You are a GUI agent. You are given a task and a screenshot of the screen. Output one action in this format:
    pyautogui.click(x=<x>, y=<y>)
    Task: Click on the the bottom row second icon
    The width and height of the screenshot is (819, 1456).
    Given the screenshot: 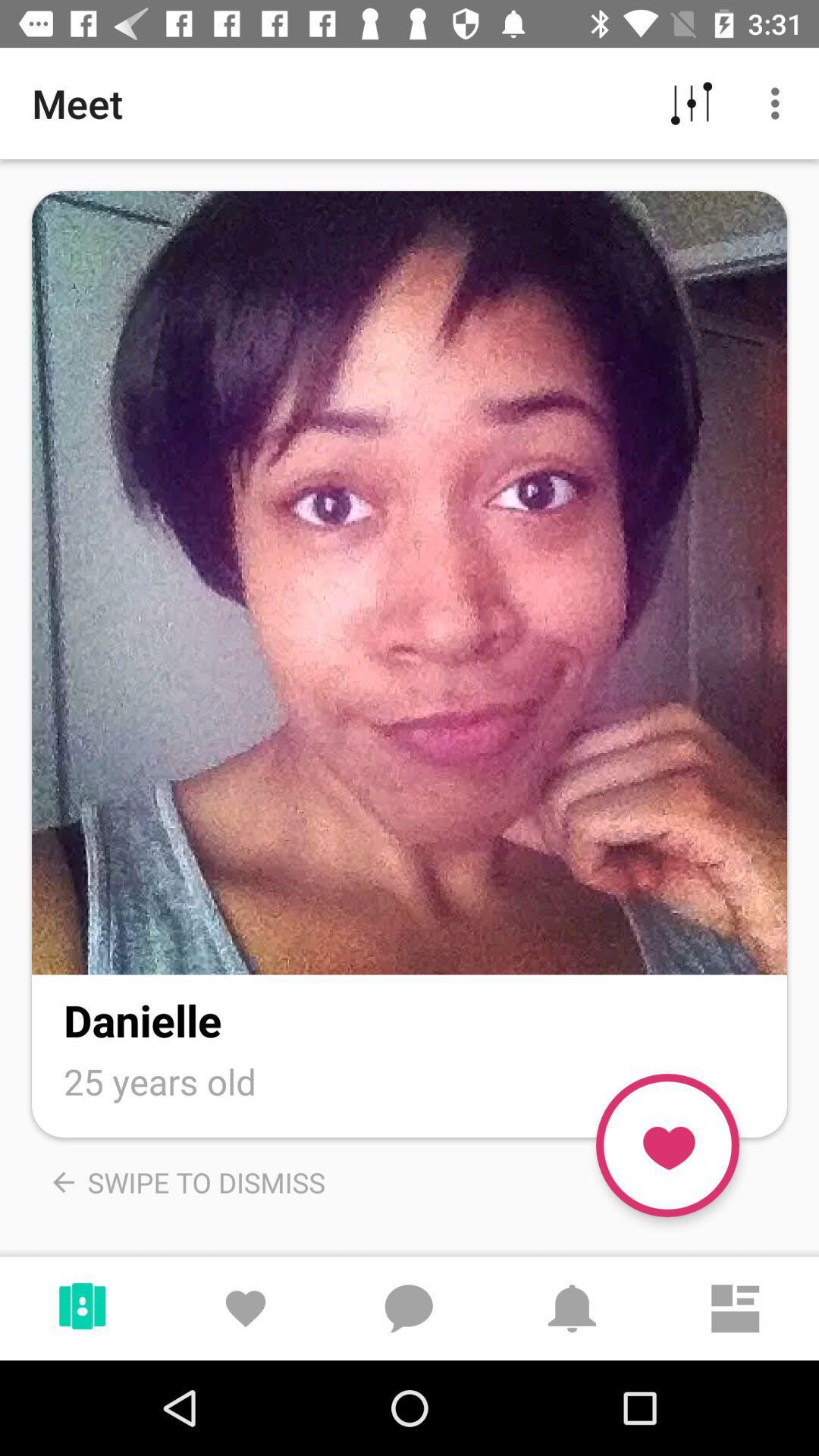 What is the action you would take?
    pyautogui.click(x=245, y=1299)
    